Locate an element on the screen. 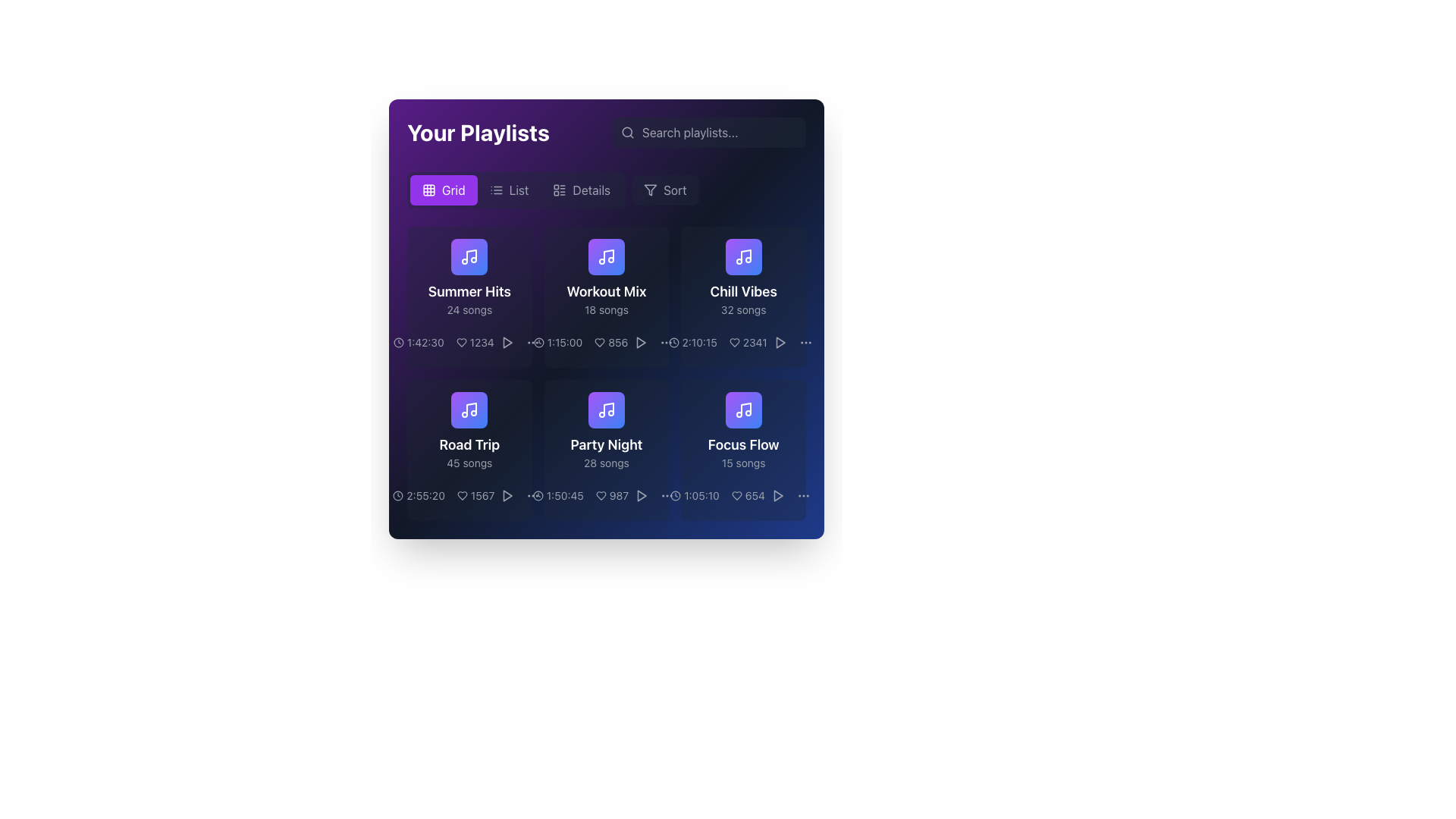  the label displaying the heart icon and the text '987' in the 'Party Night' playlist card is located at coordinates (607, 496).